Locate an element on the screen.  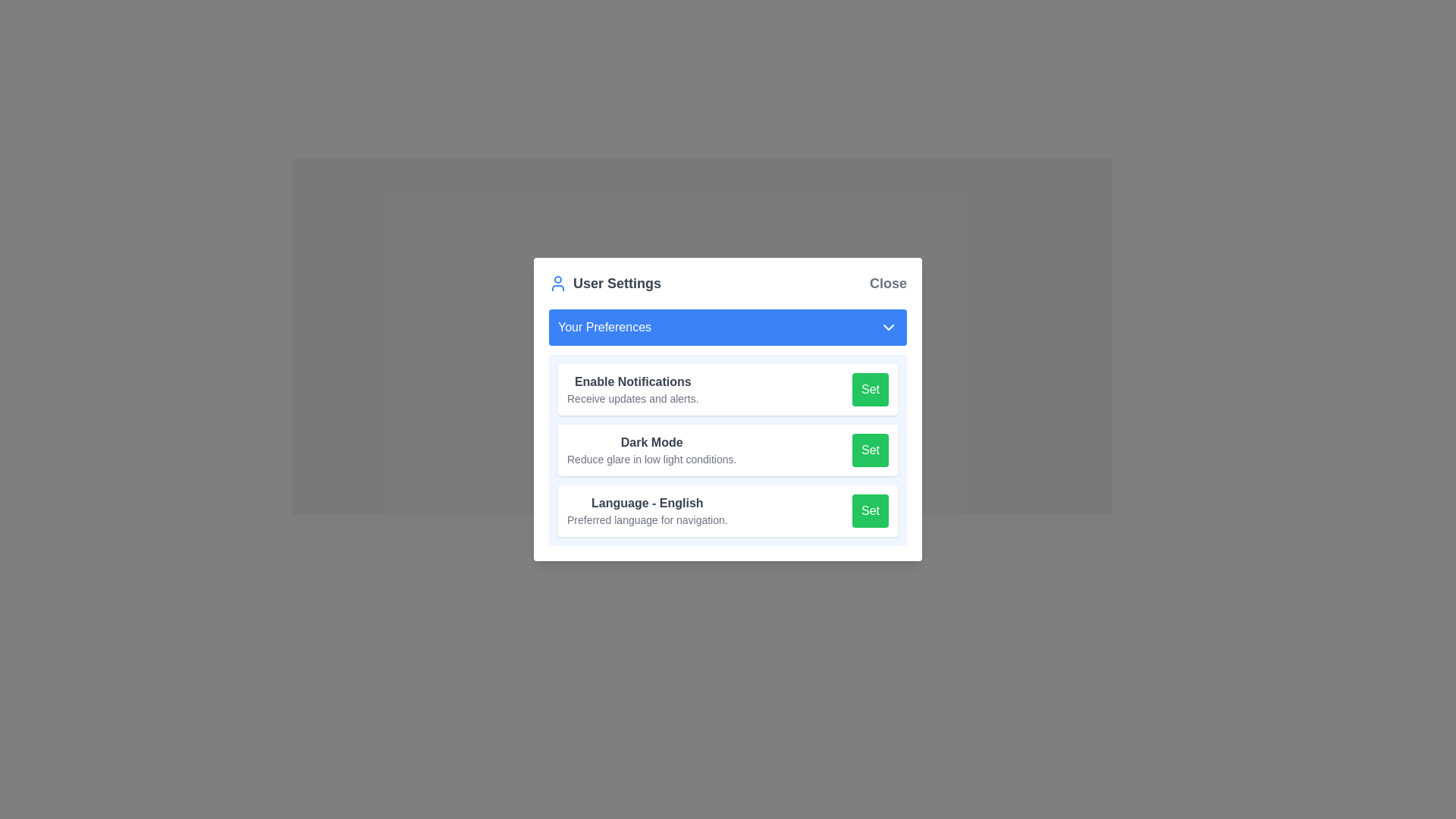
the text label displaying 'Language - English', which is styled in bold gray font and positioned above the descriptive text in the User Settings interface is located at coordinates (647, 503).